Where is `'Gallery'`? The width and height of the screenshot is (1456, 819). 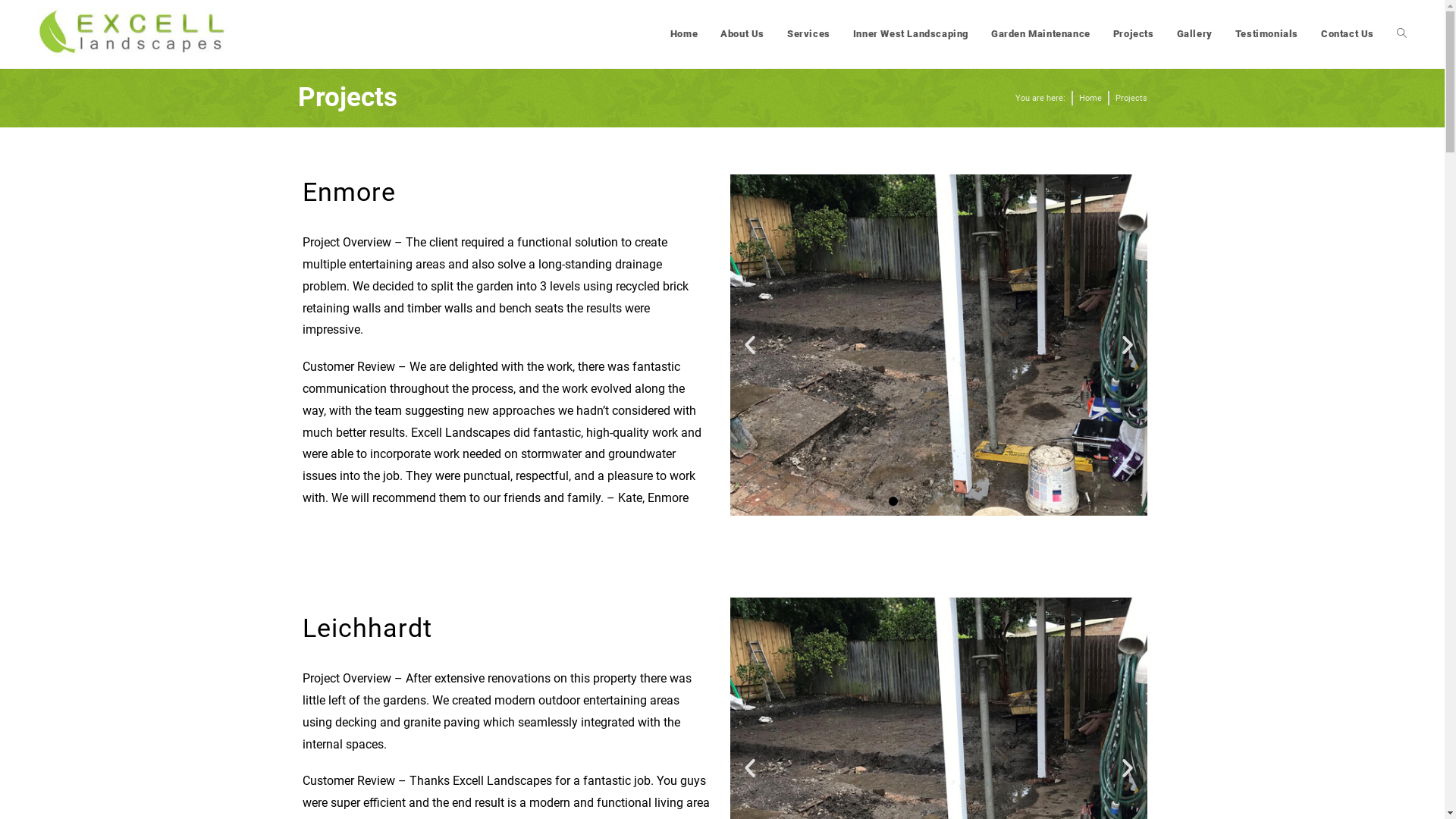 'Gallery' is located at coordinates (1194, 34).